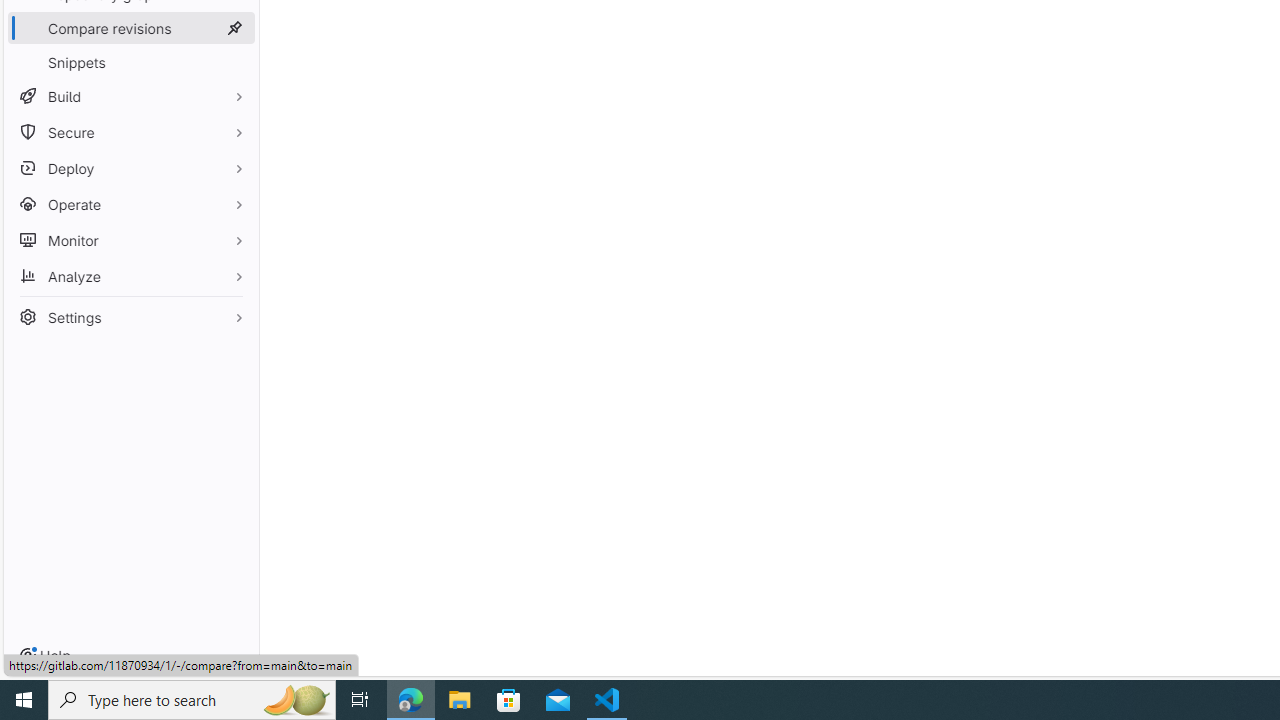 The height and width of the screenshot is (720, 1280). I want to click on 'Operate', so click(130, 204).